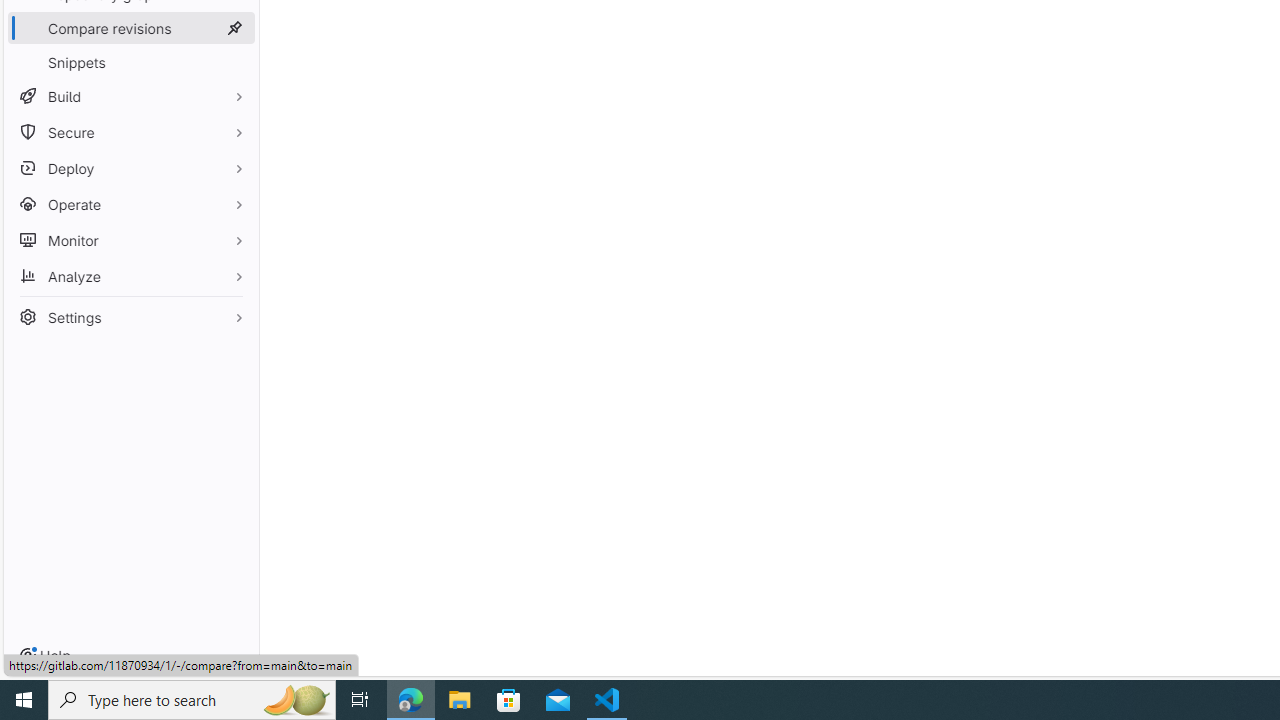 The height and width of the screenshot is (720, 1280). I want to click on 'Operate', so click(130, 204).